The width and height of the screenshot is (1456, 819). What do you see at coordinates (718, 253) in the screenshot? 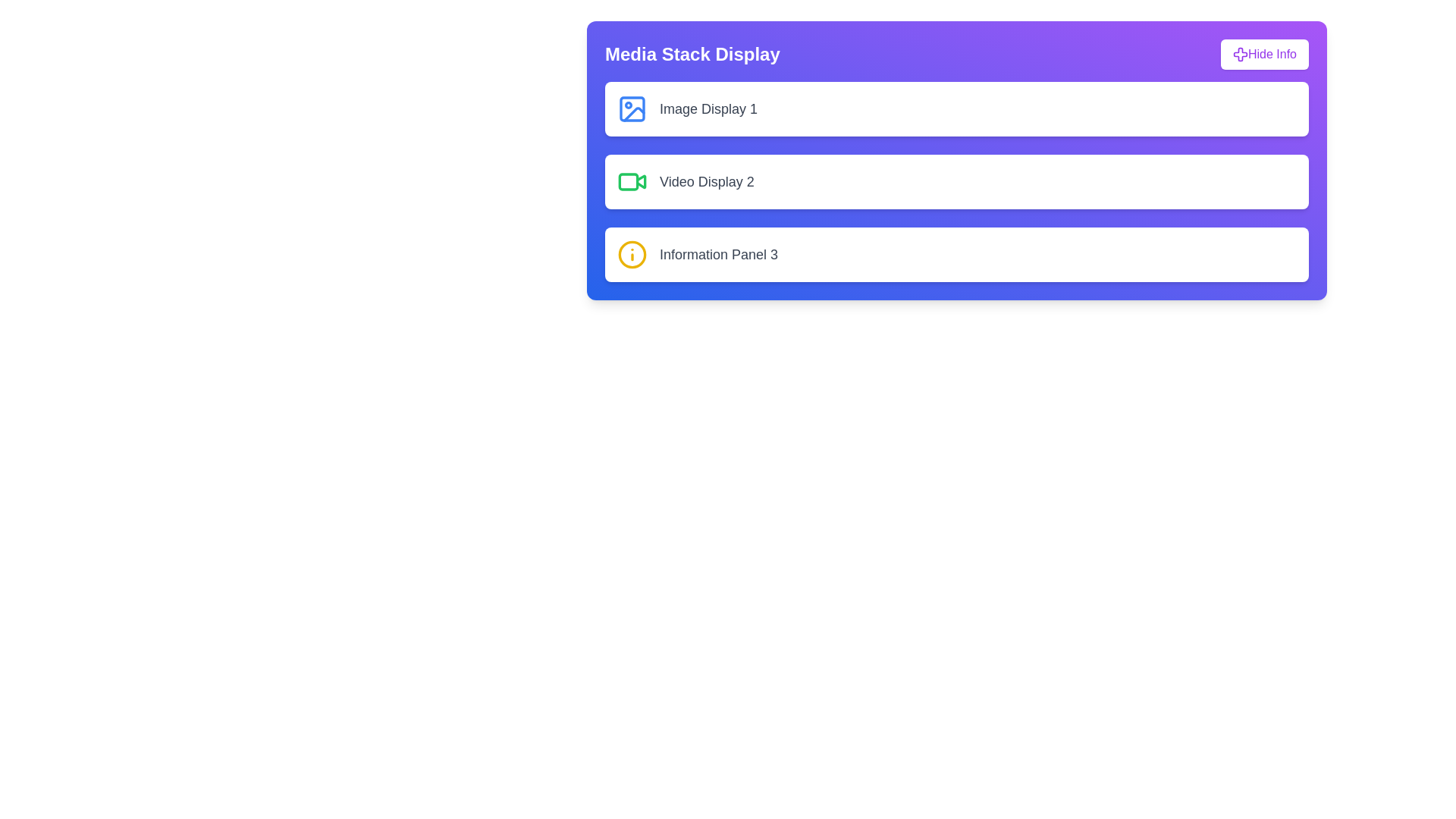
I see `text content of the Text Label titled 'Information Panel 3', which is located to the right of an information icon in the third row of the Media Stack Display section` at bounding box center [718, 253].